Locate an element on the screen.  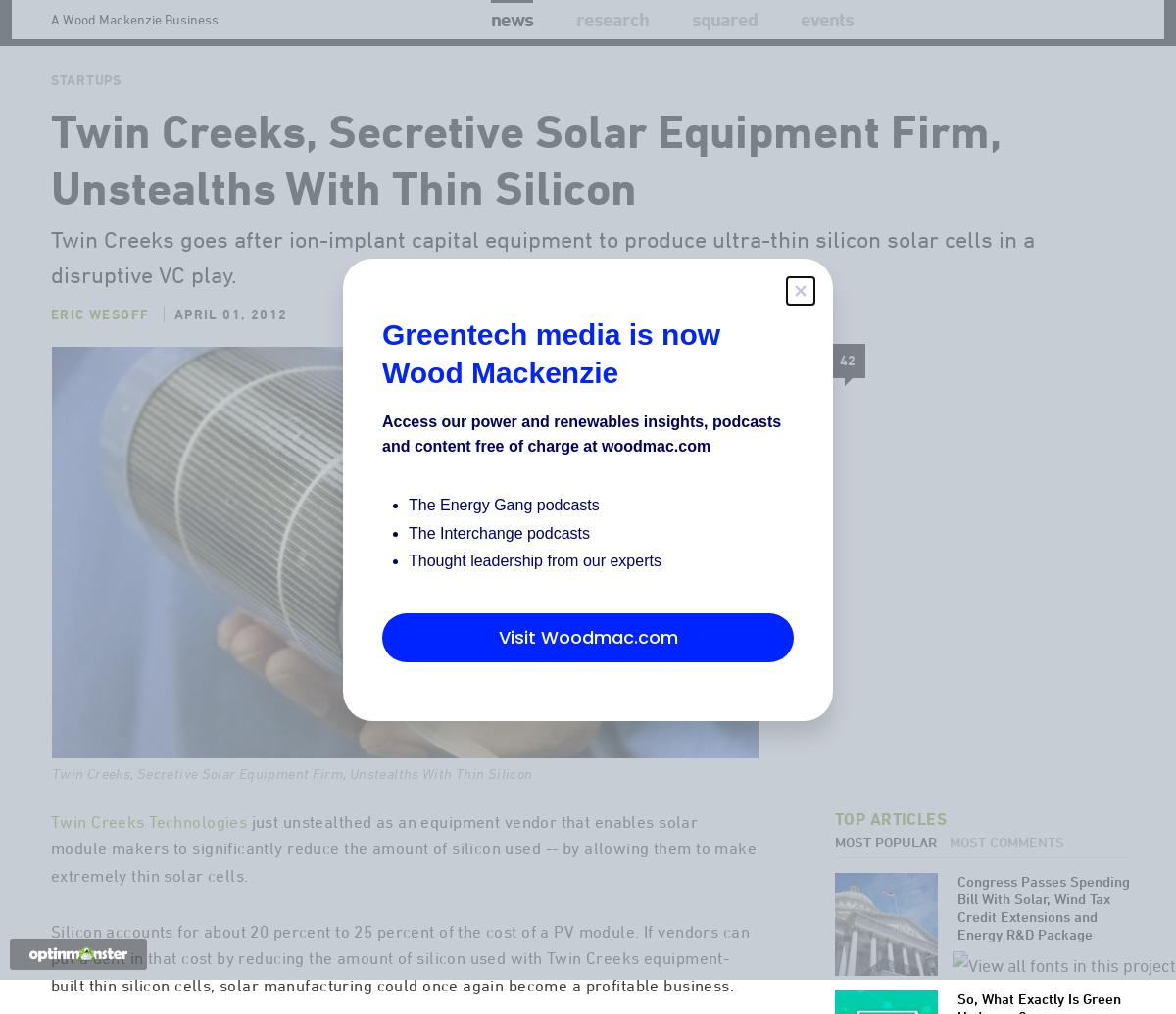
'April 01, 2012' is located at coordinates (228, 396).